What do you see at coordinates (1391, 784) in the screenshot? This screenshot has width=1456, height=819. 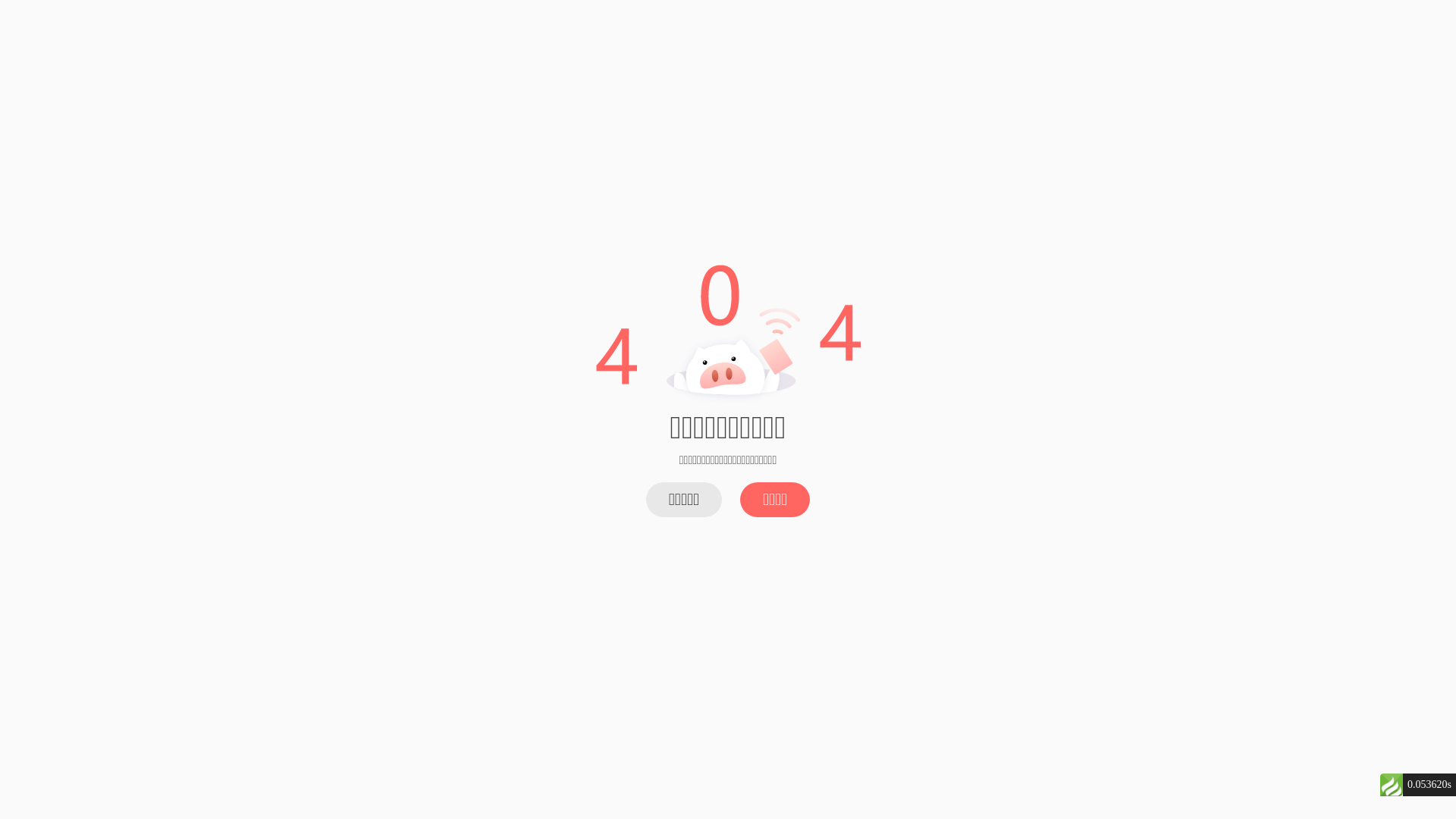 I see `'ShowPageTrace'` at bounding box center [1391, 784].